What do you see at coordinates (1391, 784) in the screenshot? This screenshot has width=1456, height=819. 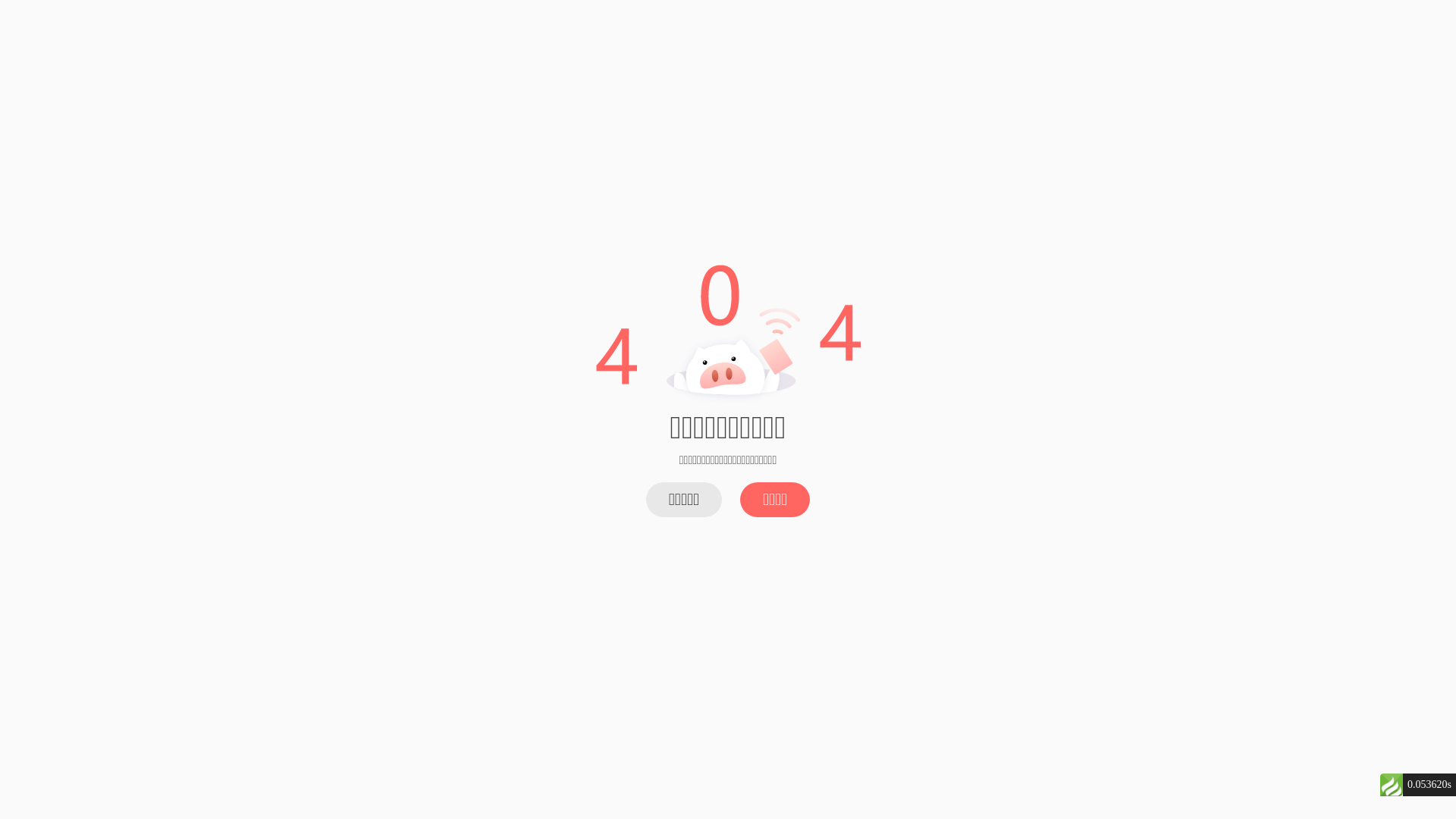 I see `'ShowPageTrace'` at bounding box center [1391, 784].